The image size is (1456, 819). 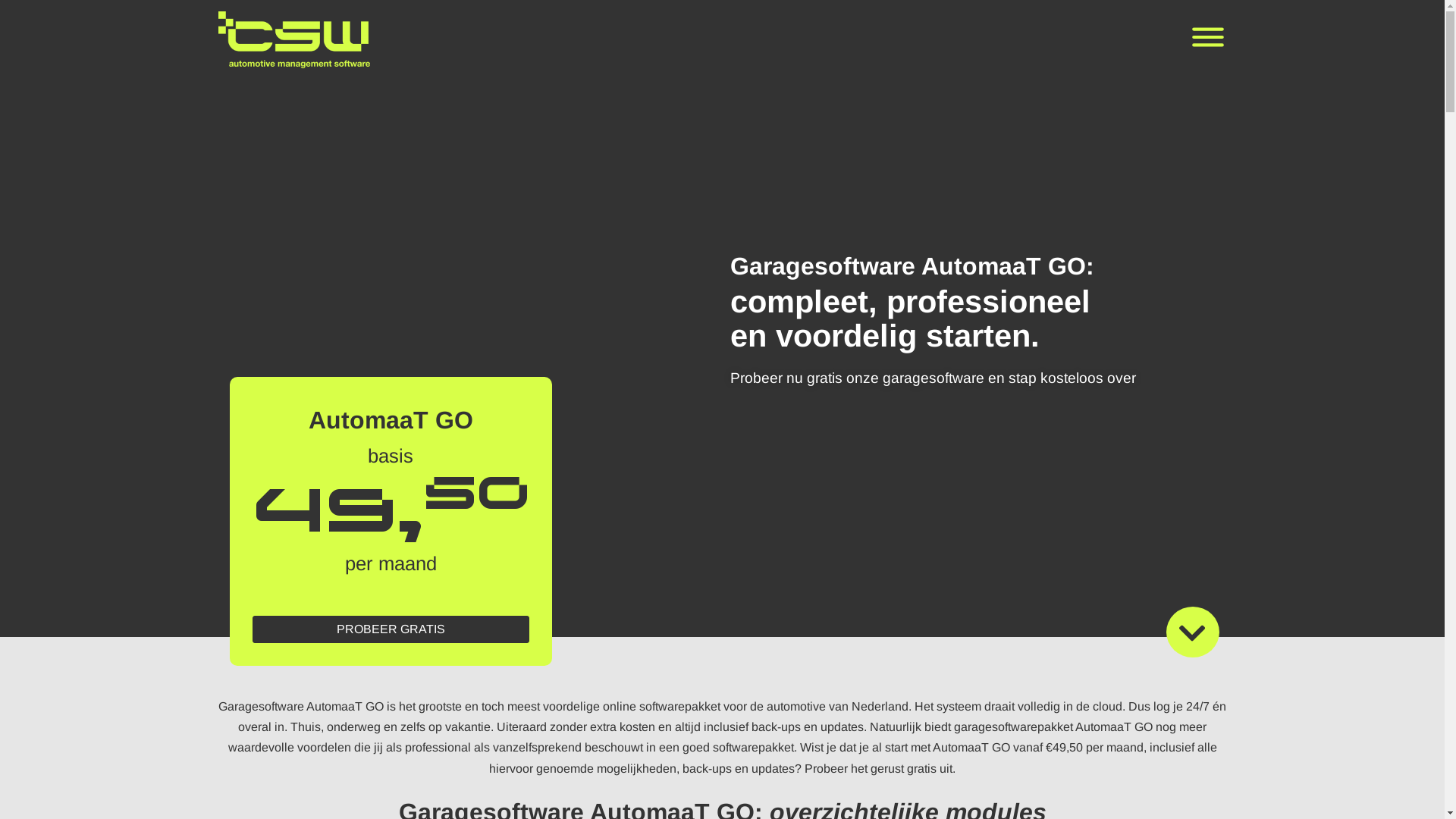 I want to click on 'PROBEER GRATIS', so click(x=390, y=629).